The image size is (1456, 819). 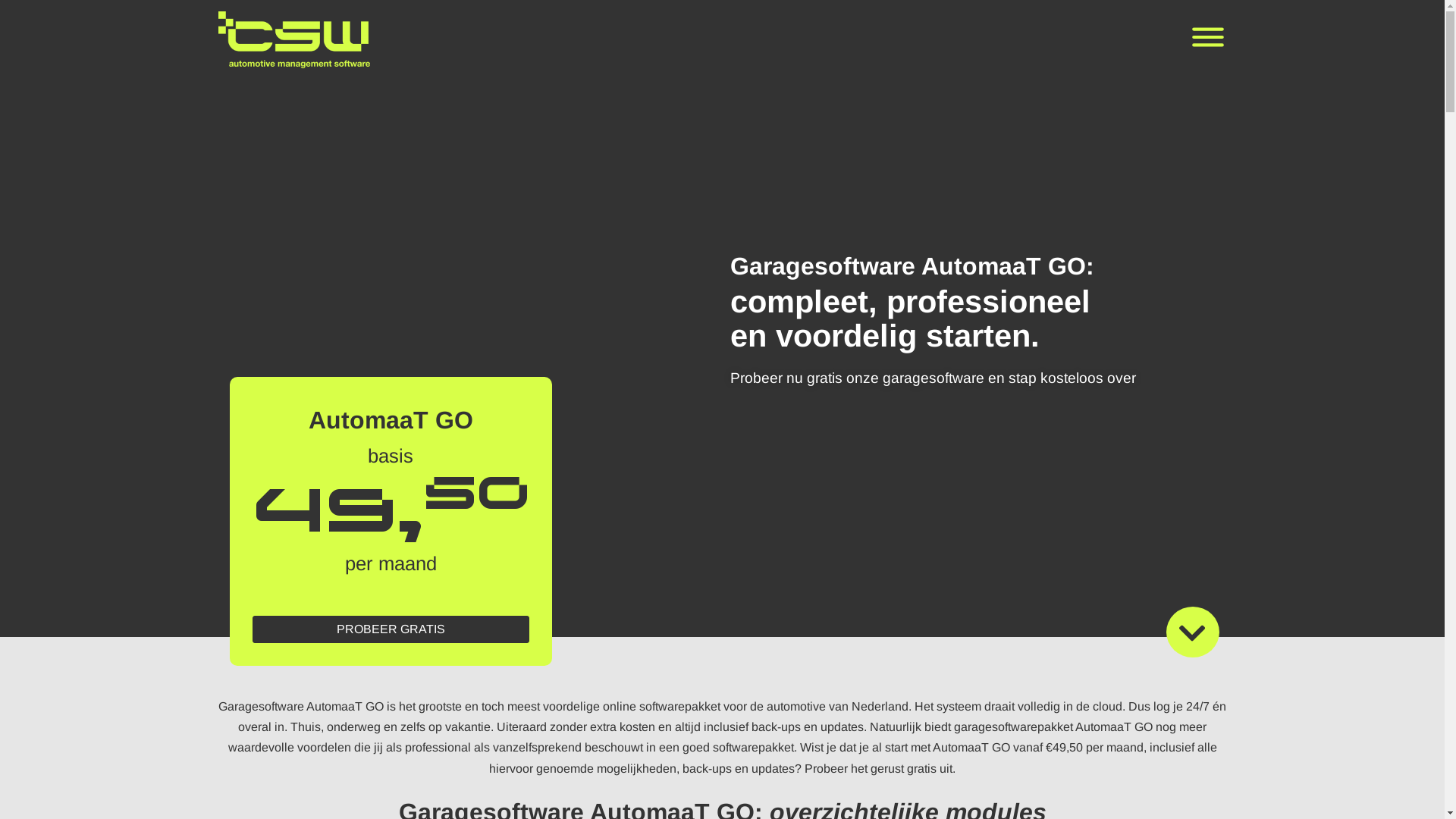 I want to click on 'PROBEER GRATIS', so click(x=390, y=629).